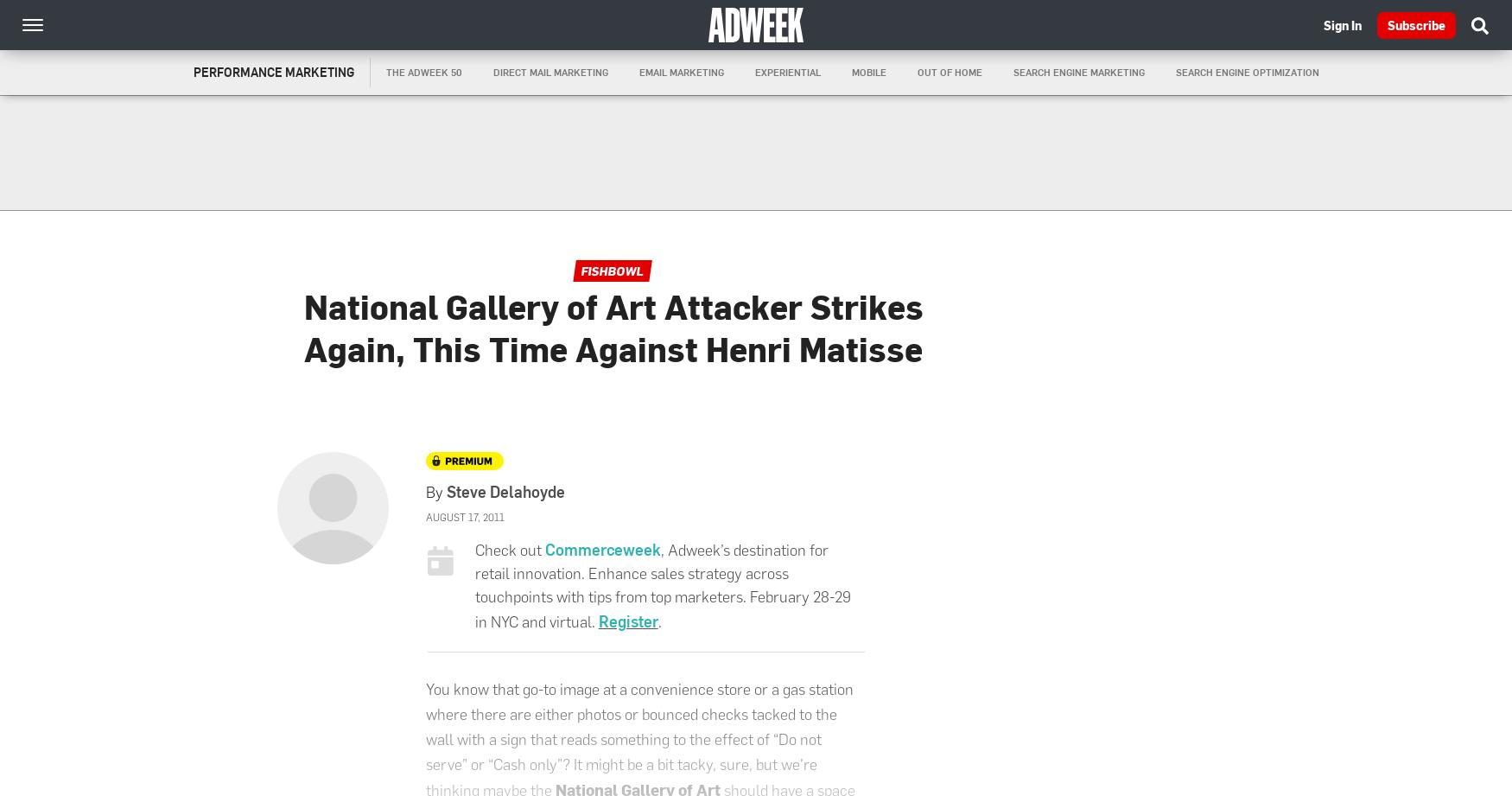  I want to click on 'Steve Delahoyde', so click(505, 489).